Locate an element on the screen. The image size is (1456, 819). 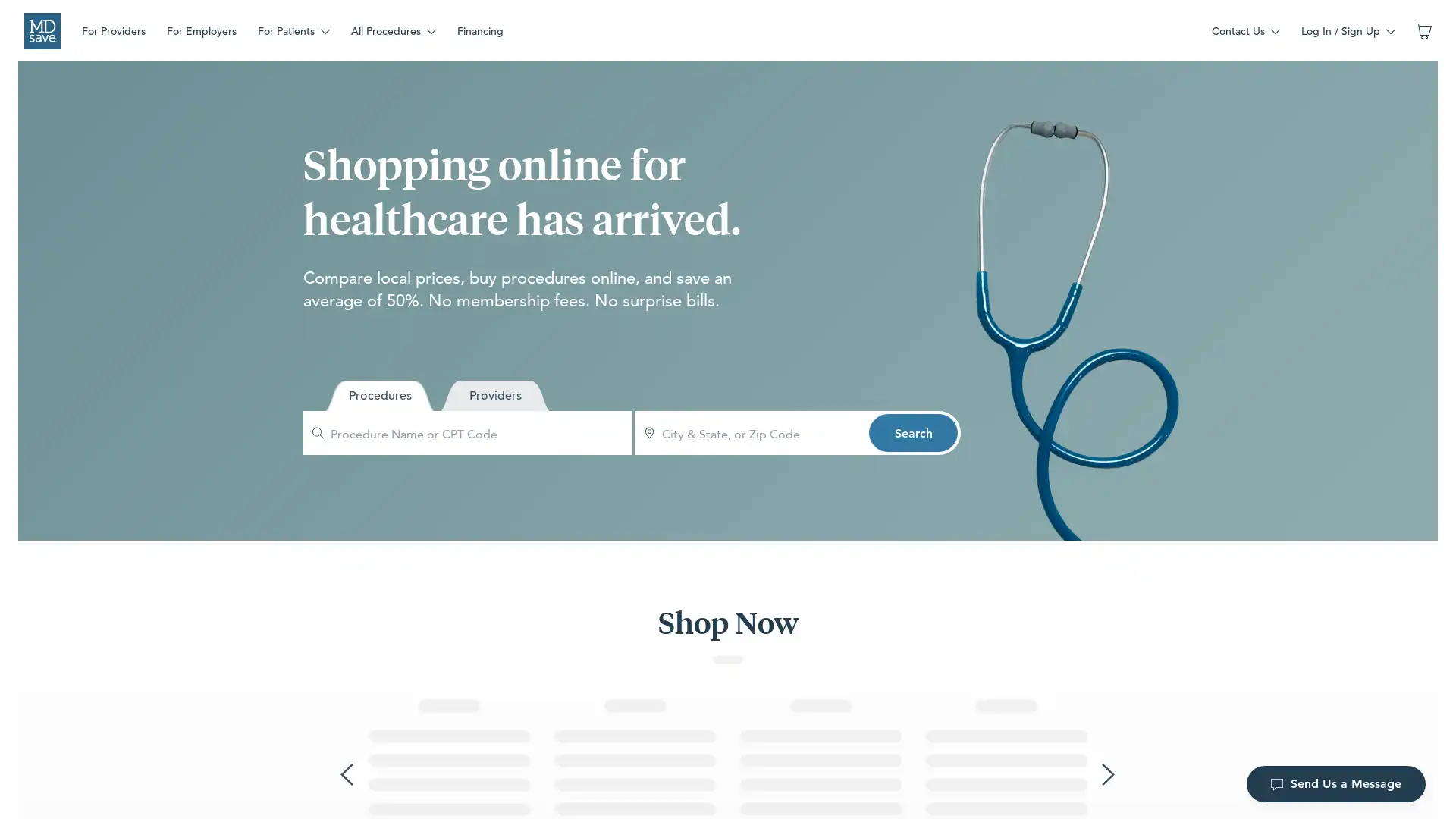
Search is located at coordinates (912, 432).